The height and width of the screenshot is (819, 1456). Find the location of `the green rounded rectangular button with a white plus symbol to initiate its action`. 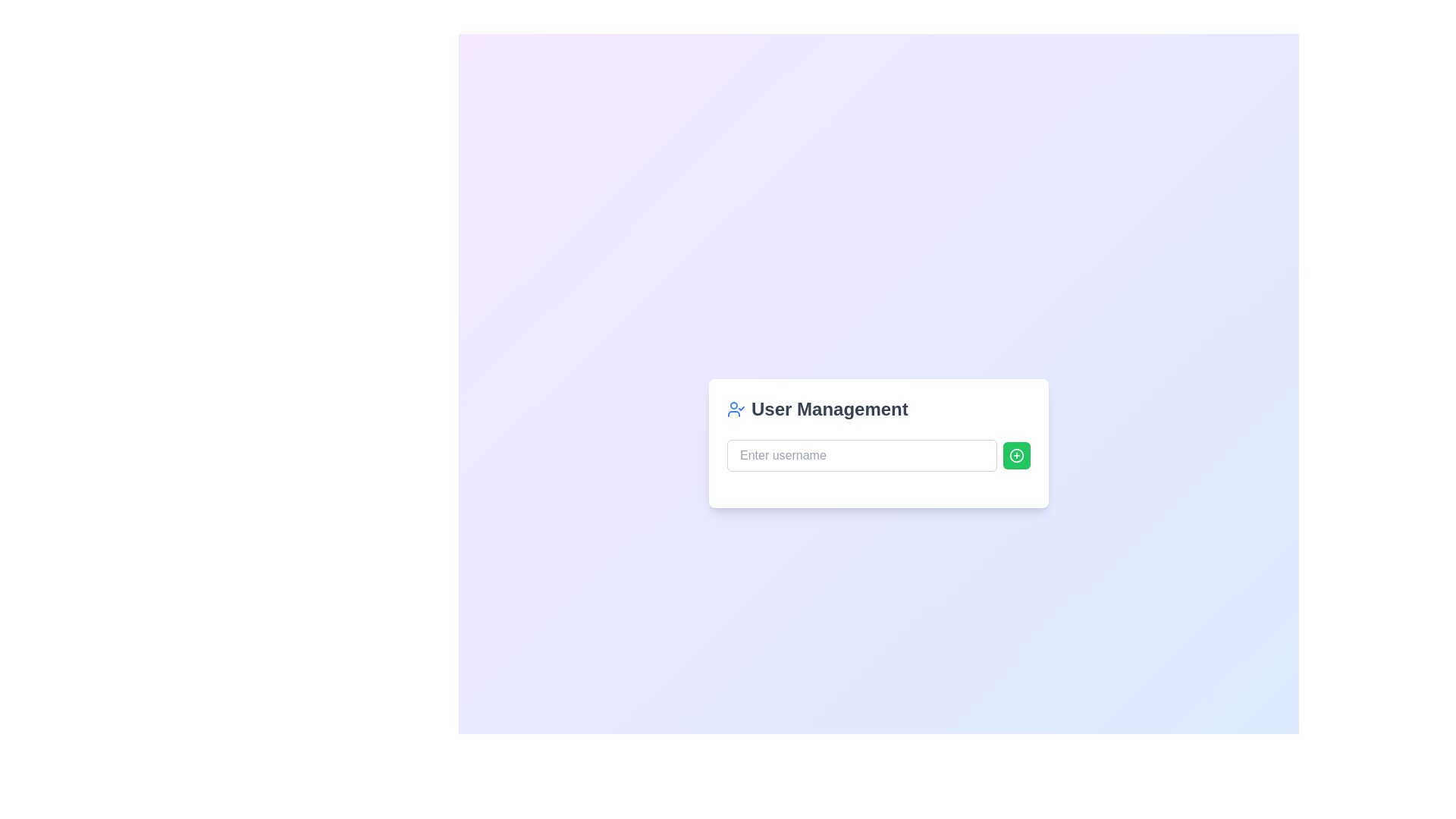

the green rounded rectangular button with a white plus symbol to initiate its action is located at coordinates (1016, 455).